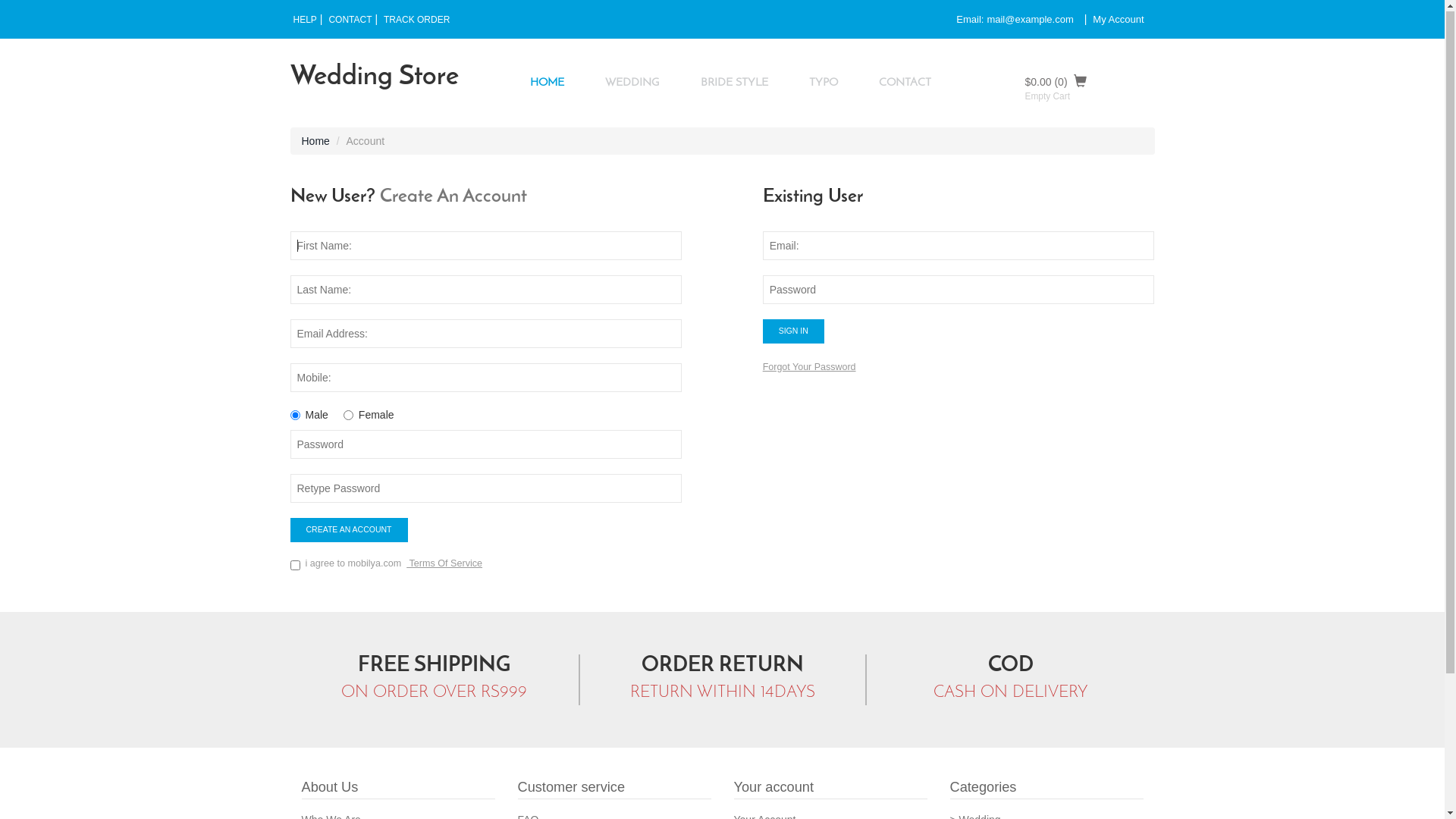 This screenshot has width=1456, height=819. What do you see at coordinates (290, 78) in the screenshot?
I see `'Wedding Store'` at bounding box center [290, 78].